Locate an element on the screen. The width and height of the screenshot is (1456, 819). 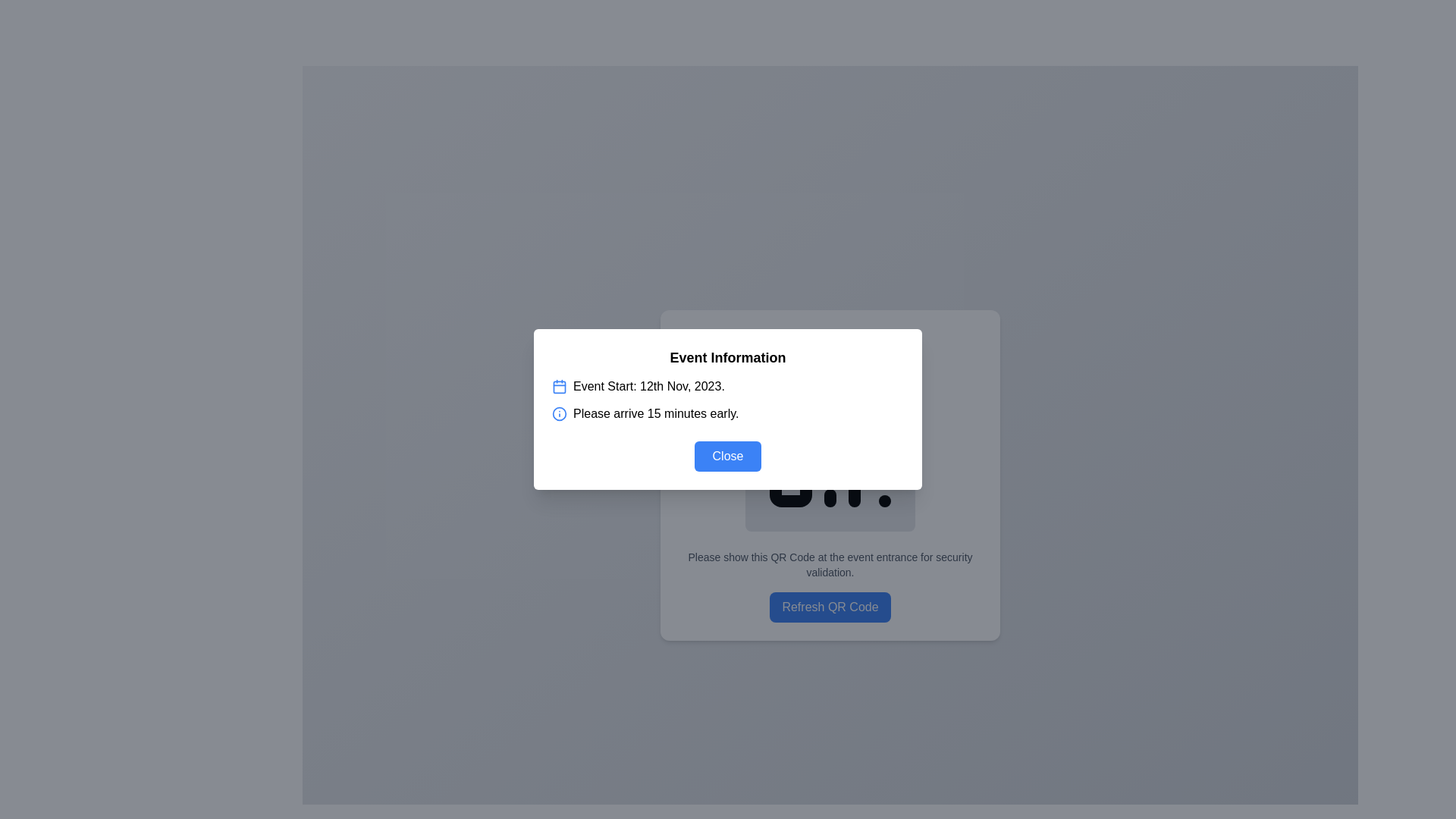
the Text Label that indicates the starting date of the event, positioned below the 'Event Information' heading in the popup dialog box is located at coordinates (648, 385).